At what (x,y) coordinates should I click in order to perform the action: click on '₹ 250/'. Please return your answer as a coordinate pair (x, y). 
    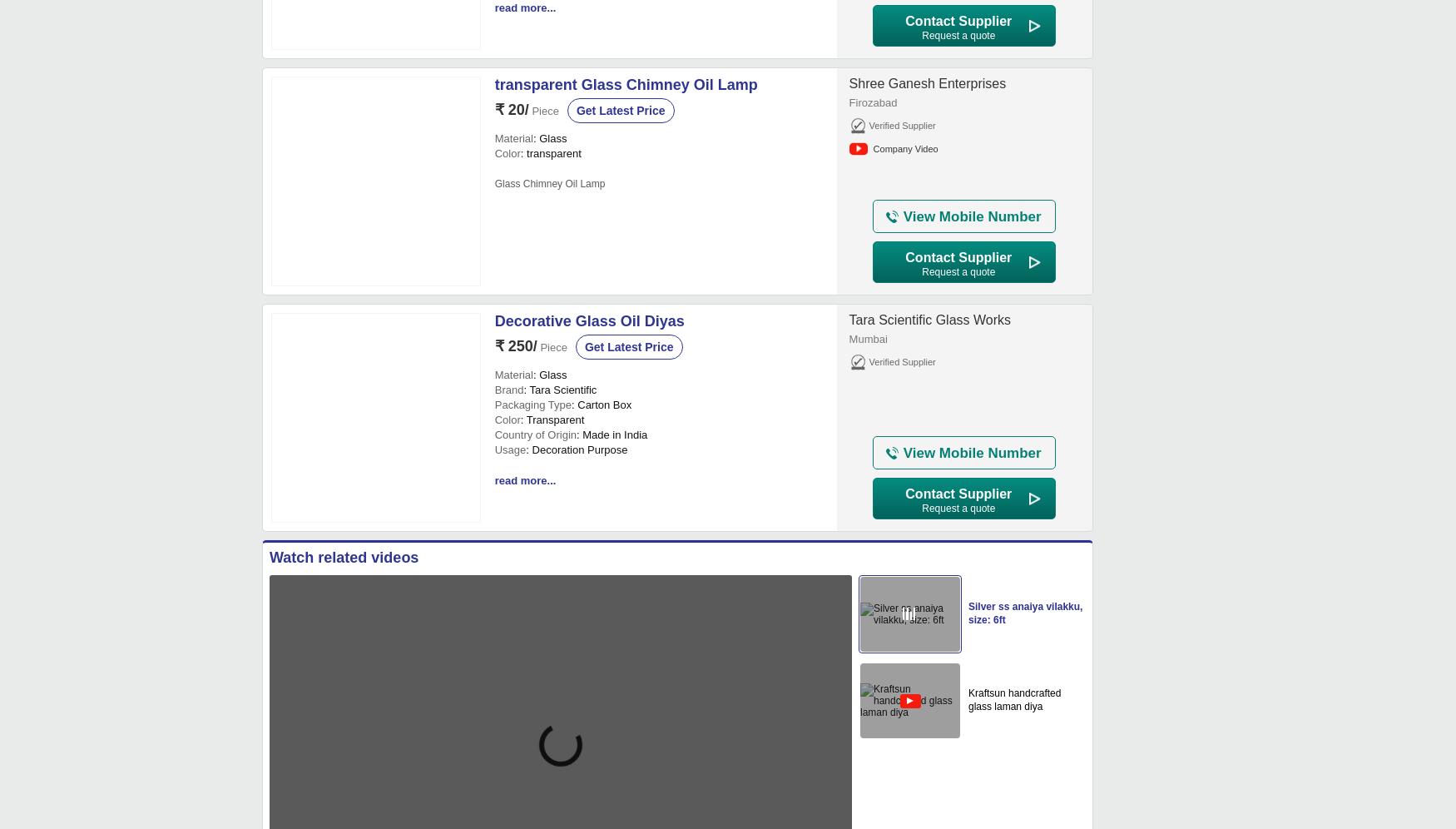
    Looking at the image, I should click on (515, 346).